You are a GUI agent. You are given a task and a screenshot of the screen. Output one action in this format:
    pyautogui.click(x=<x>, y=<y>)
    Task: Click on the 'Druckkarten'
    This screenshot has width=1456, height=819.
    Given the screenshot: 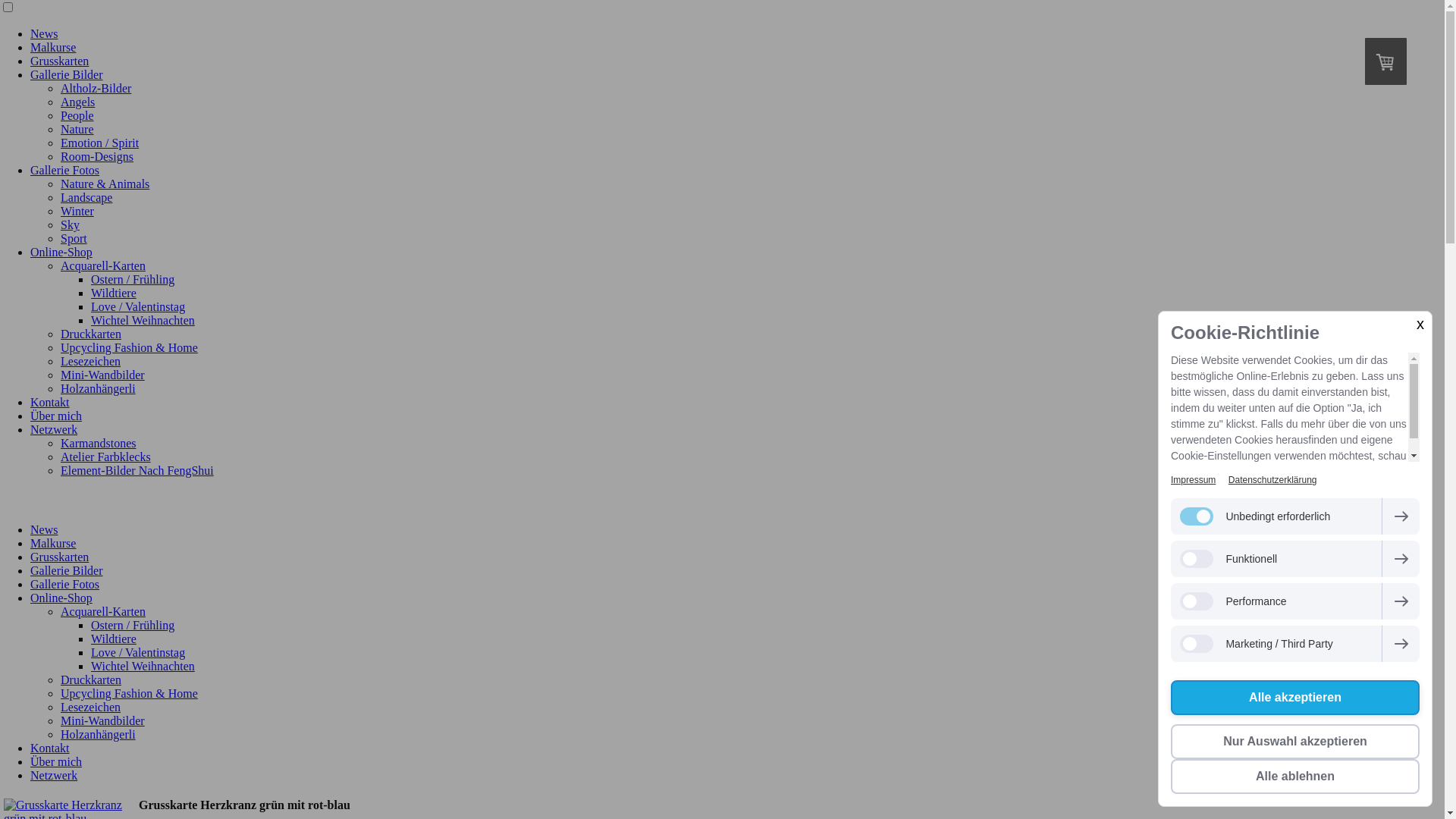 What is the action you would take?
    pyautogui.click(x=90, y=679)
    